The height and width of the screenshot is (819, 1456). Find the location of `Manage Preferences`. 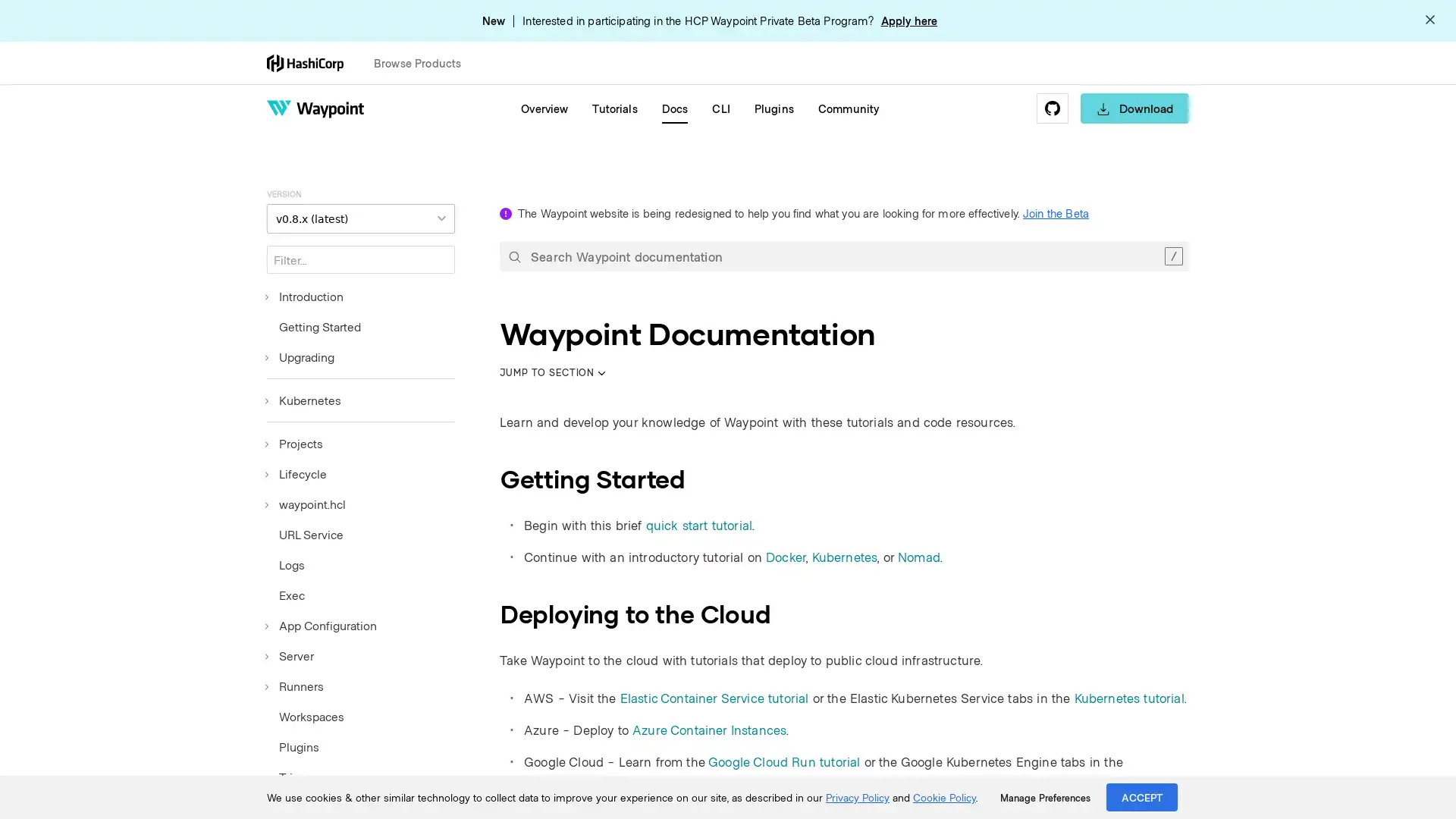

Manage Preferences is located at coordinates (1044, 797).